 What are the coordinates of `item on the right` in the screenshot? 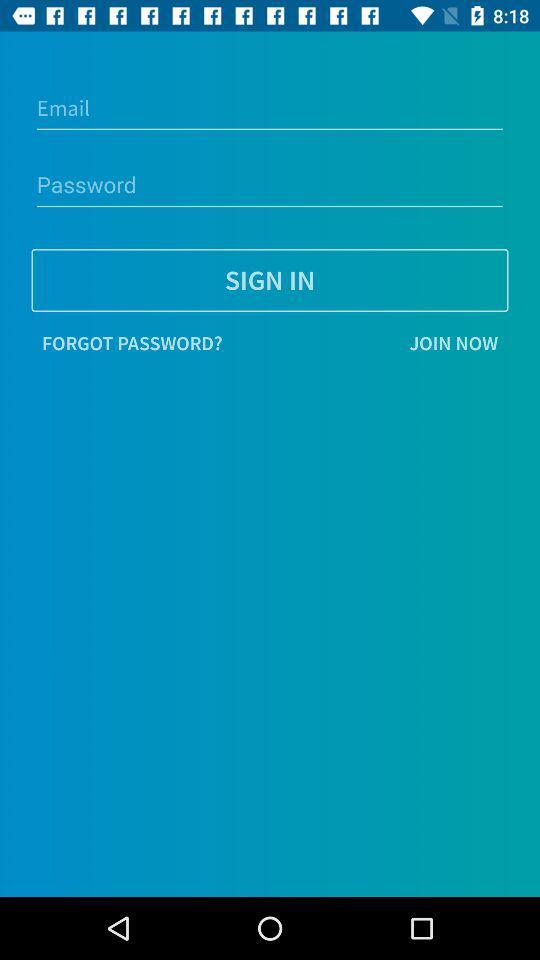 It's located at (369, 343).